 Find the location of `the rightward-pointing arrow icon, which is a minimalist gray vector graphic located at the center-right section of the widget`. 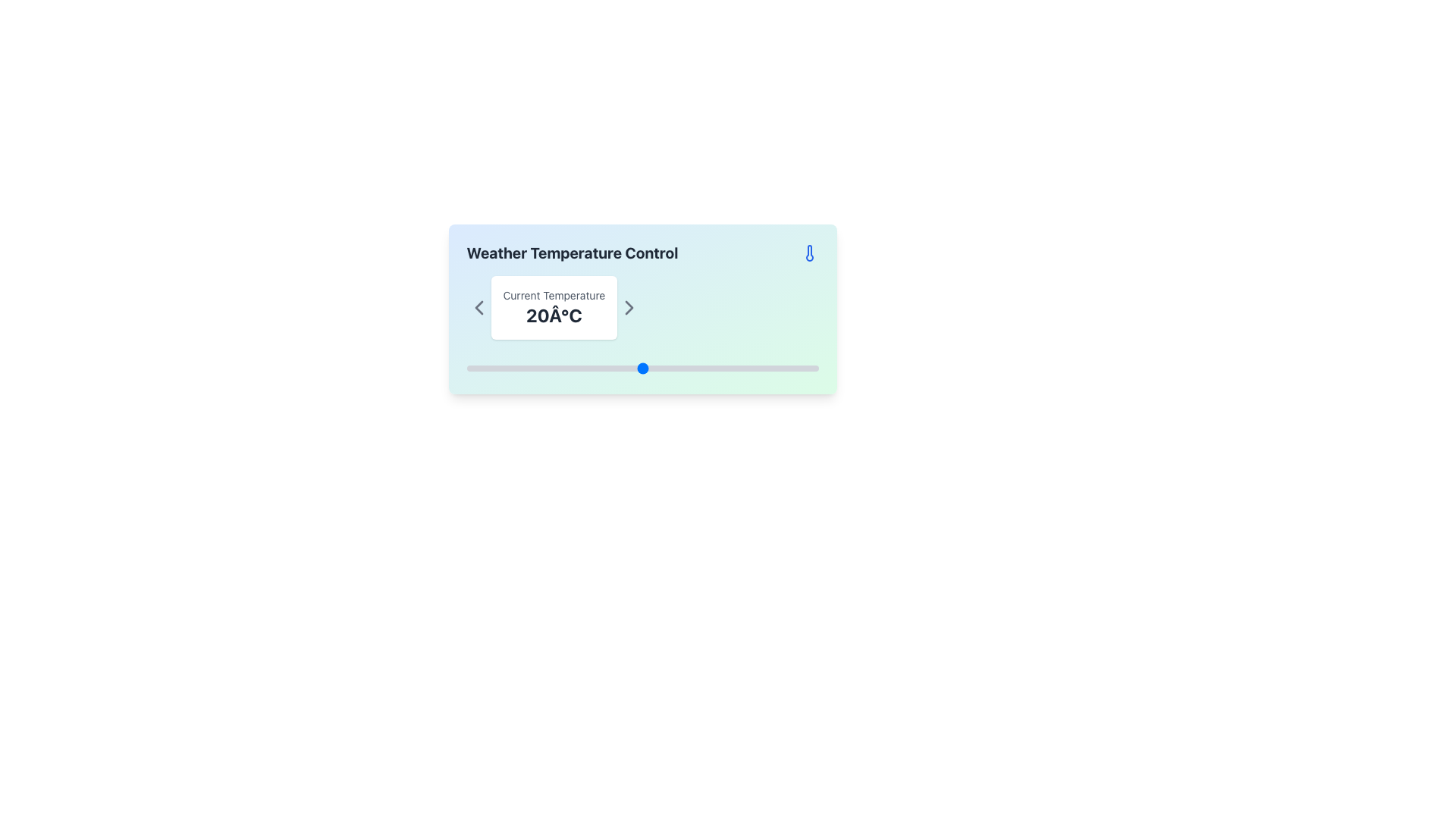

the rightward-pointing arrow icon, which is a minimalist gray vector graphic located at the center-right section of the widget is located at coordinates (629, 307).